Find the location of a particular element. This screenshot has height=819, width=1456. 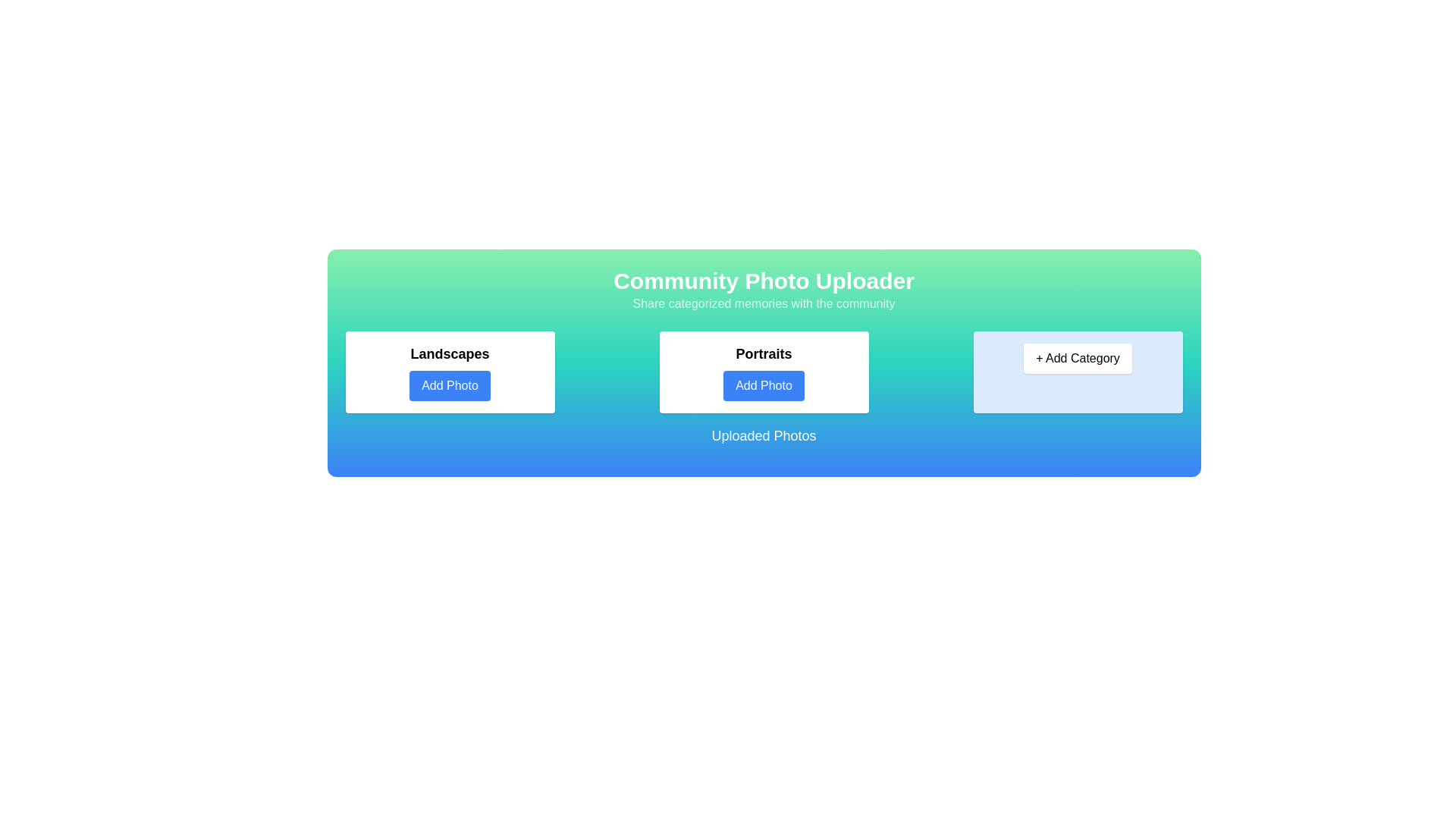

the non-interactive text label that describes the section for uploaded photos, located centered below the main content area is located at coordinates (764, 435).